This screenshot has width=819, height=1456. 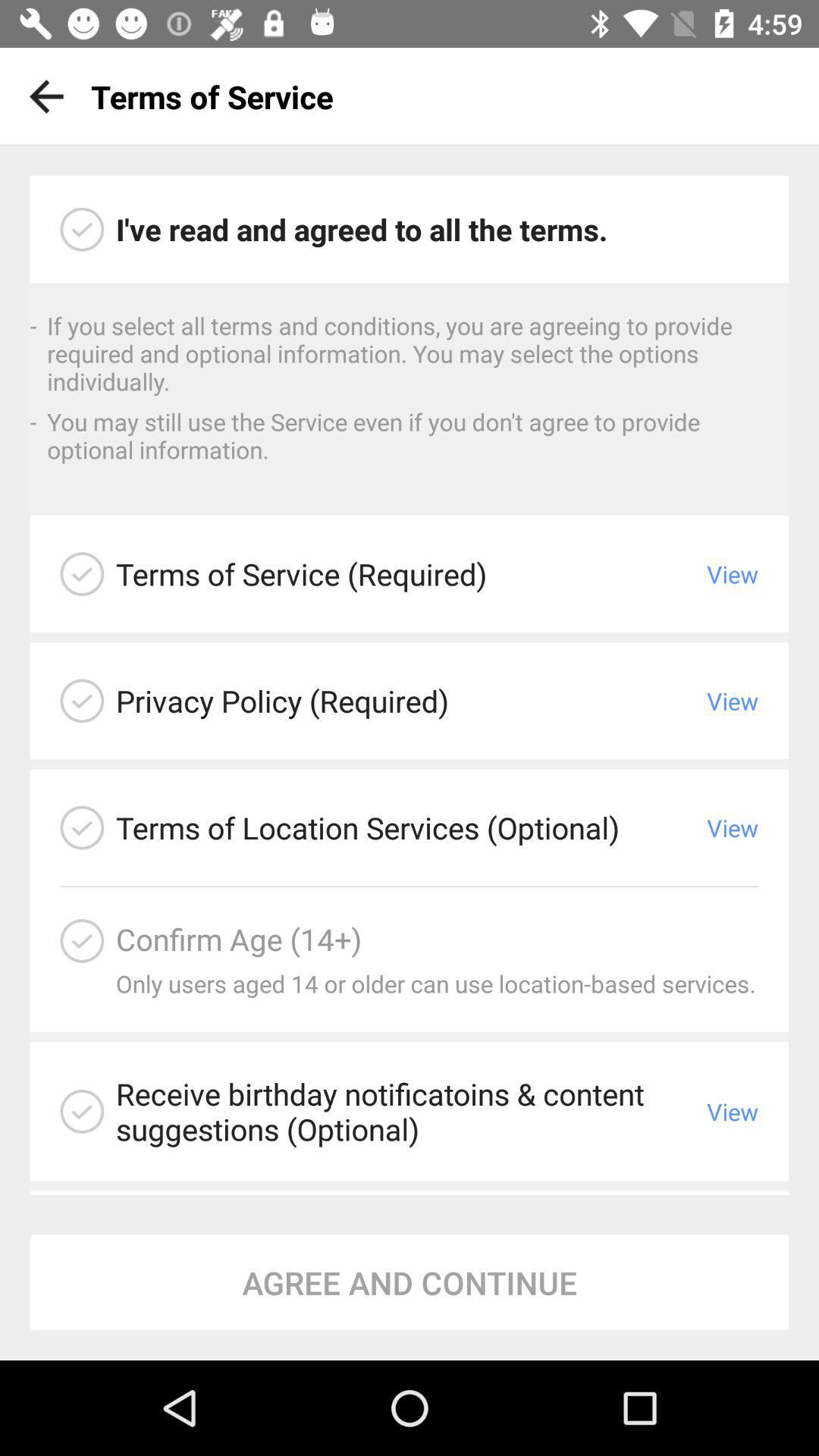 What do you see at coordinates (82, 700) in the screenshot?
I see `review our privacy policy` at bounding box center [82, 700].